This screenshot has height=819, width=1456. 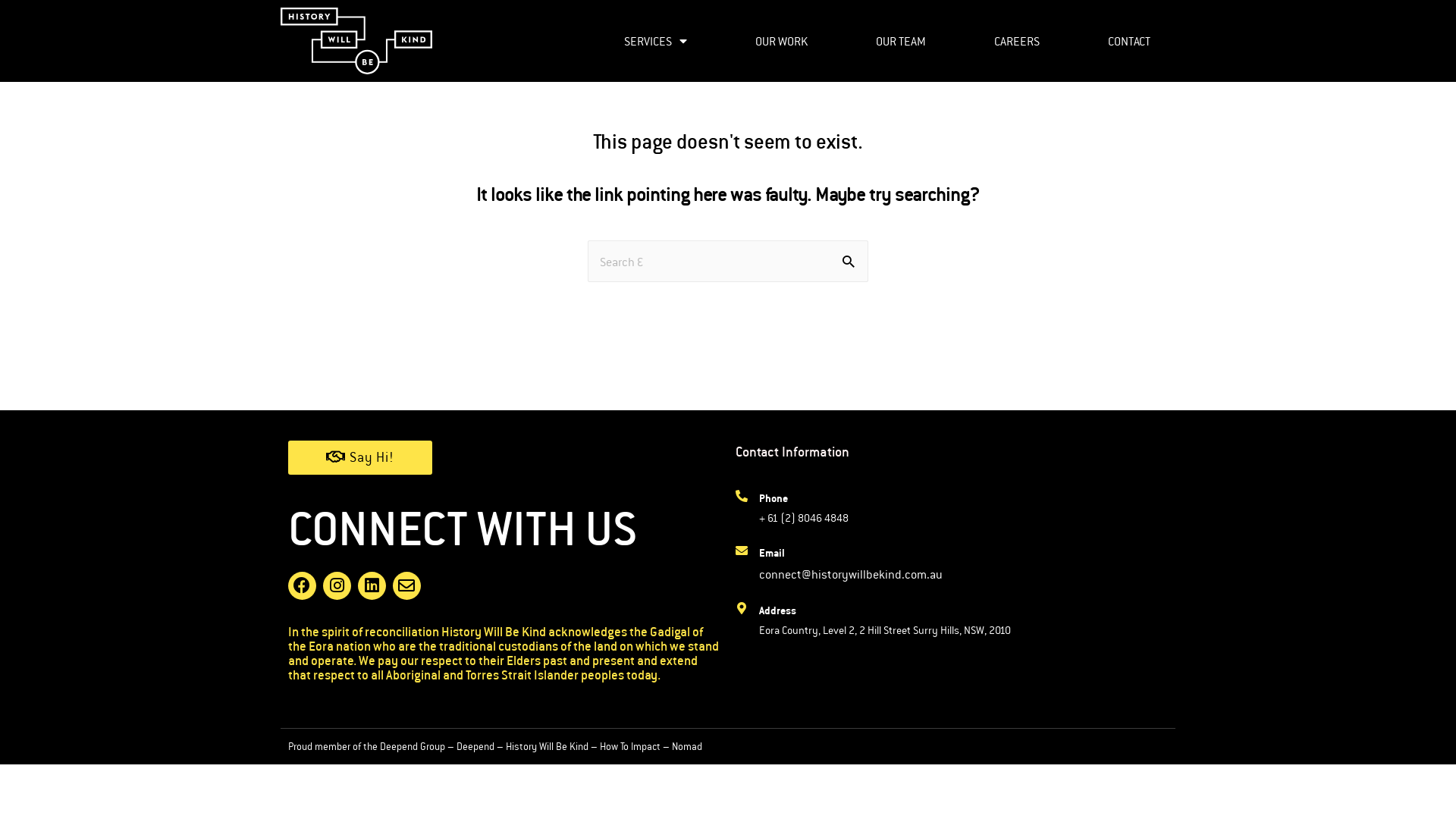 I want to click on 'Phone', so click(x=759, y=497).